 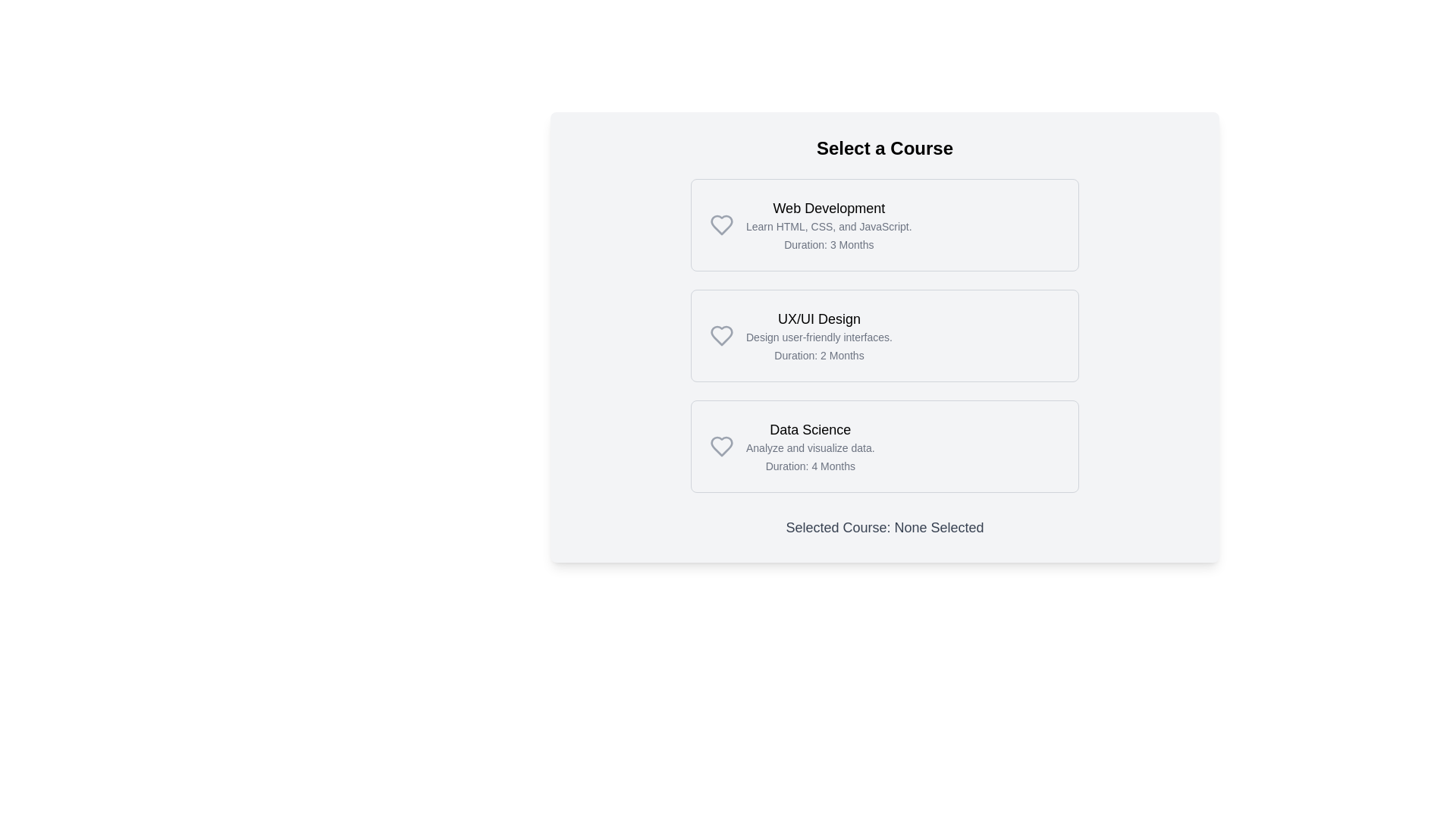 What do you see at coordinates (809, 447) in the screenshot?
I see `descriptive text label about the 'Data Science' course, which is located below the 'Data Science' title and above 'Duration: 4 Months'` at bounding box center [809, 447].